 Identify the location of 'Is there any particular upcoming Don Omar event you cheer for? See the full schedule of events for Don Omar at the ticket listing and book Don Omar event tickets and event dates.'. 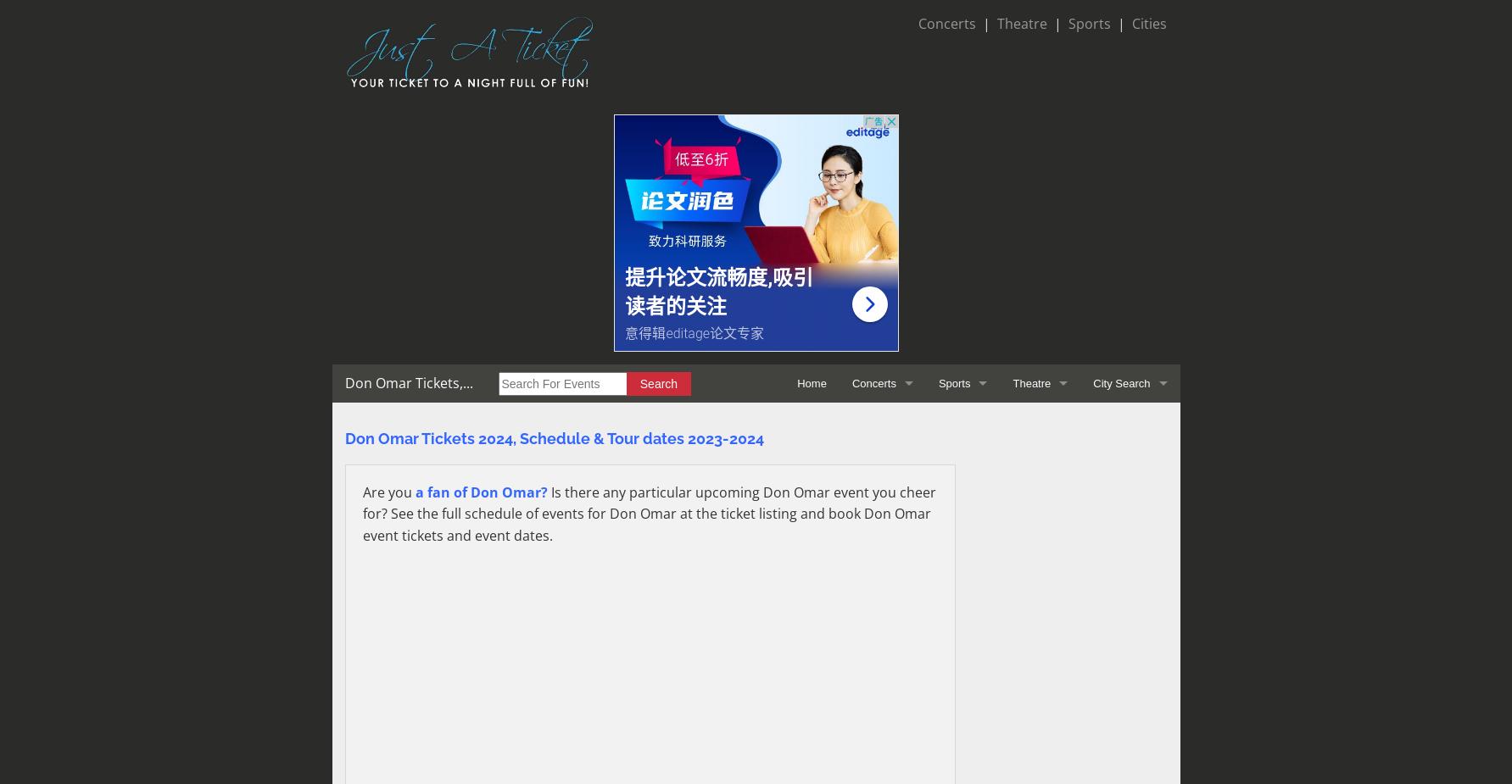
(648, 513).